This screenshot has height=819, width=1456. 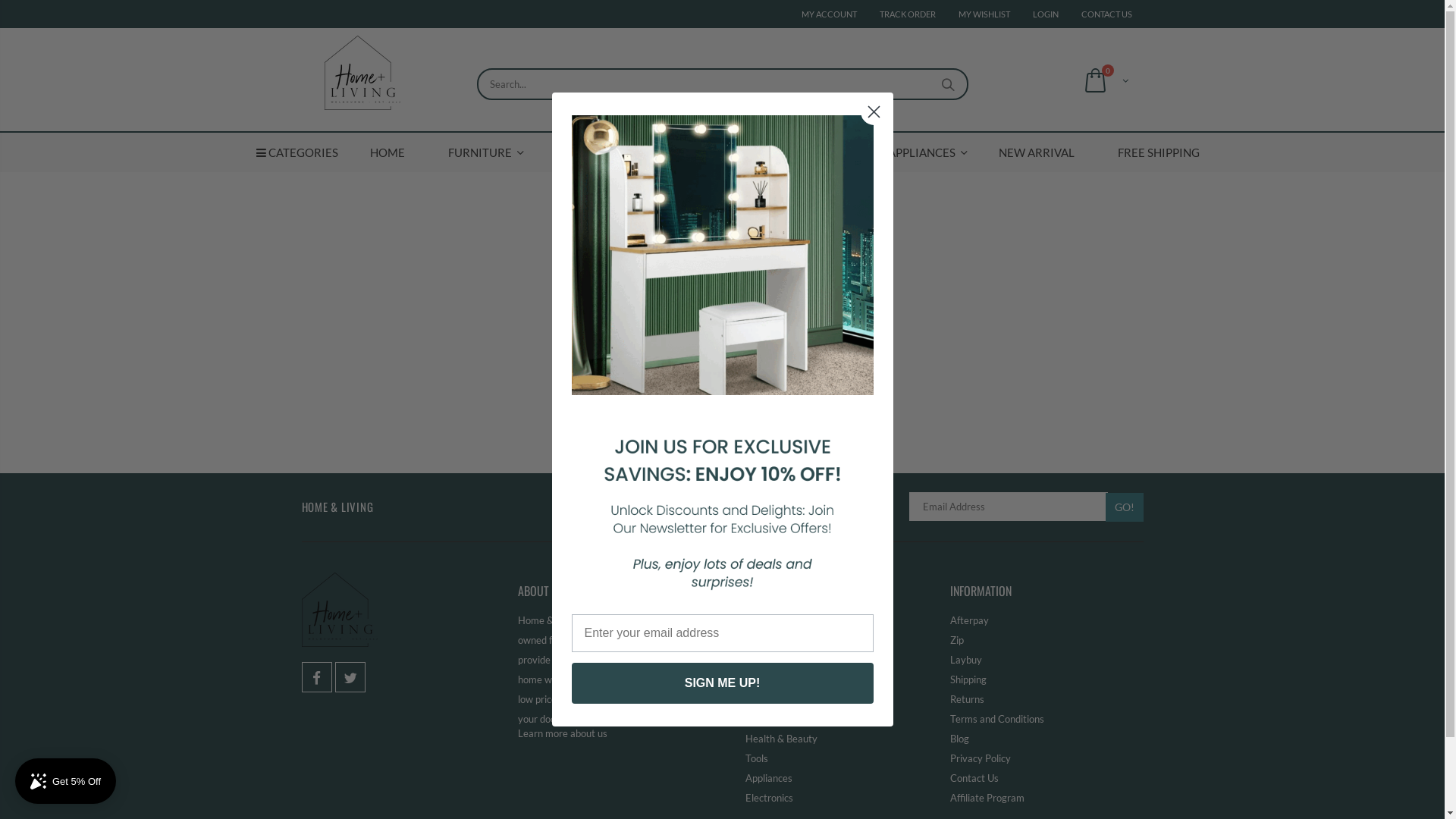 I want to click on 'Affiliate Program', so click(x=986, y=797).